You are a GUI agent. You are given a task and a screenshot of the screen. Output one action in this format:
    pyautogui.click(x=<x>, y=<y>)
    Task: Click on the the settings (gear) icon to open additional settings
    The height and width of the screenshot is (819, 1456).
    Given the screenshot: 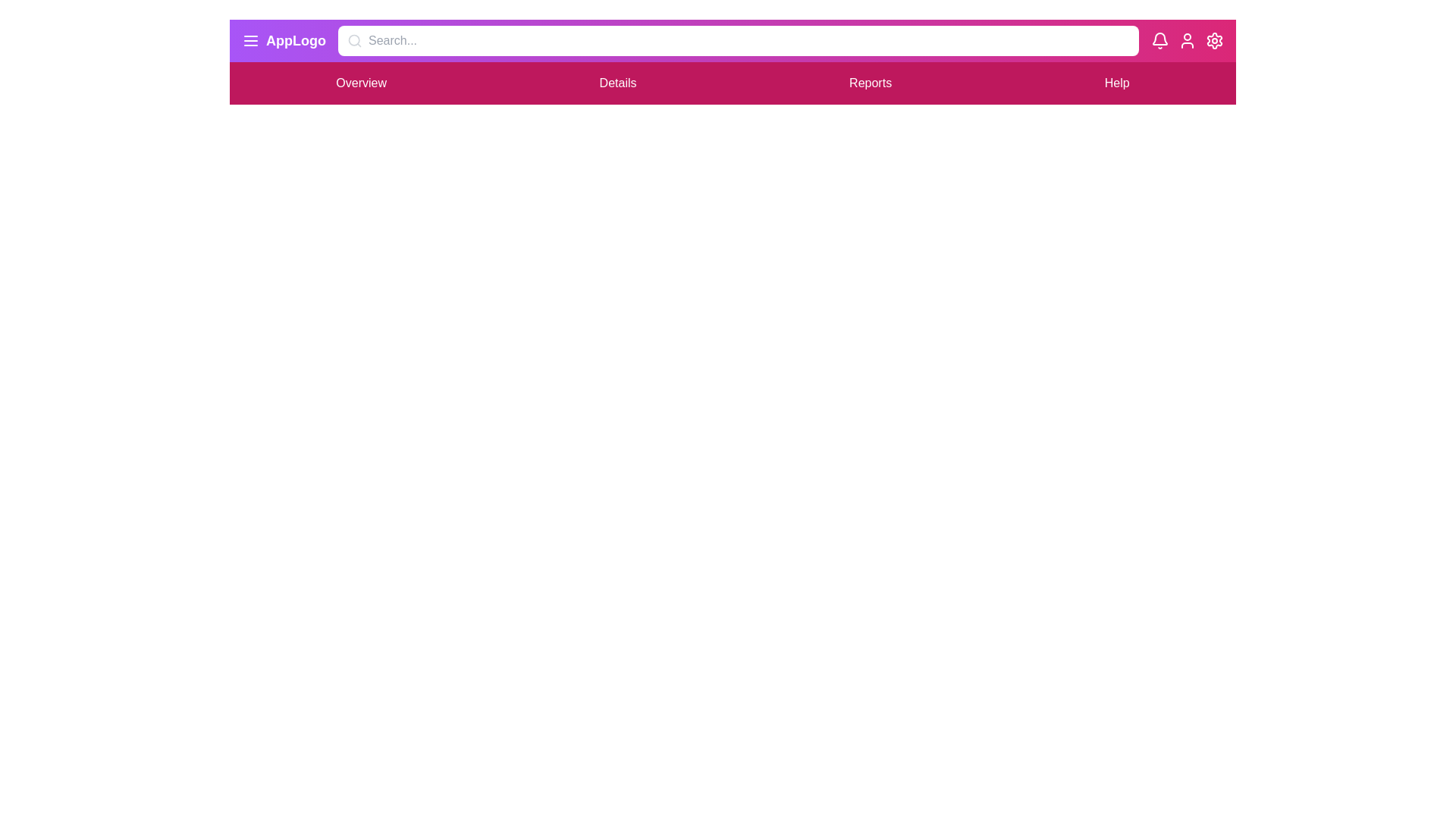 What is the action you would take?
    pyautogui.click(x=1215, y=40)
    